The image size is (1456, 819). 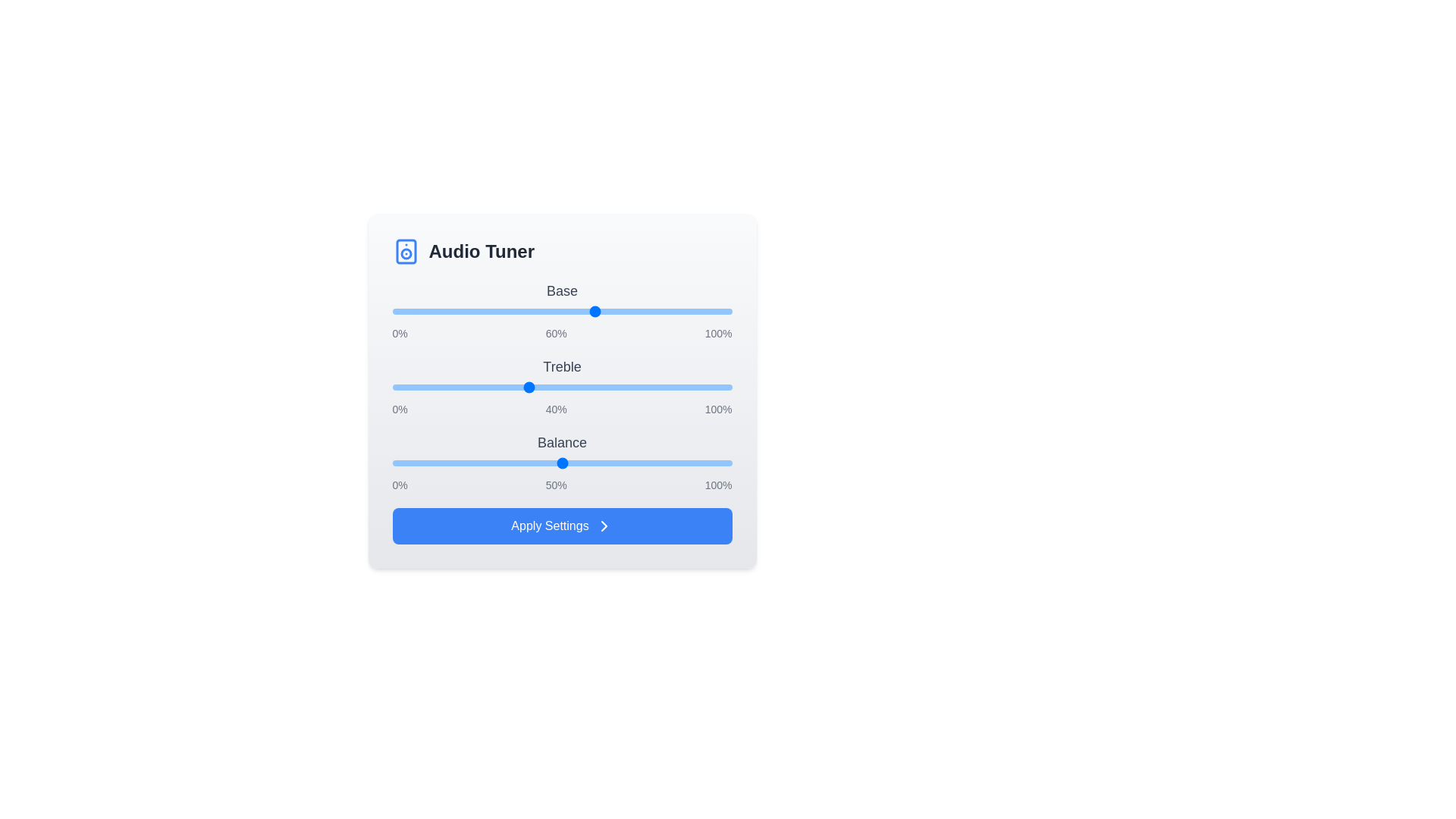 I want to click on the 1 slider to 27%, so click(x=483, y=386).